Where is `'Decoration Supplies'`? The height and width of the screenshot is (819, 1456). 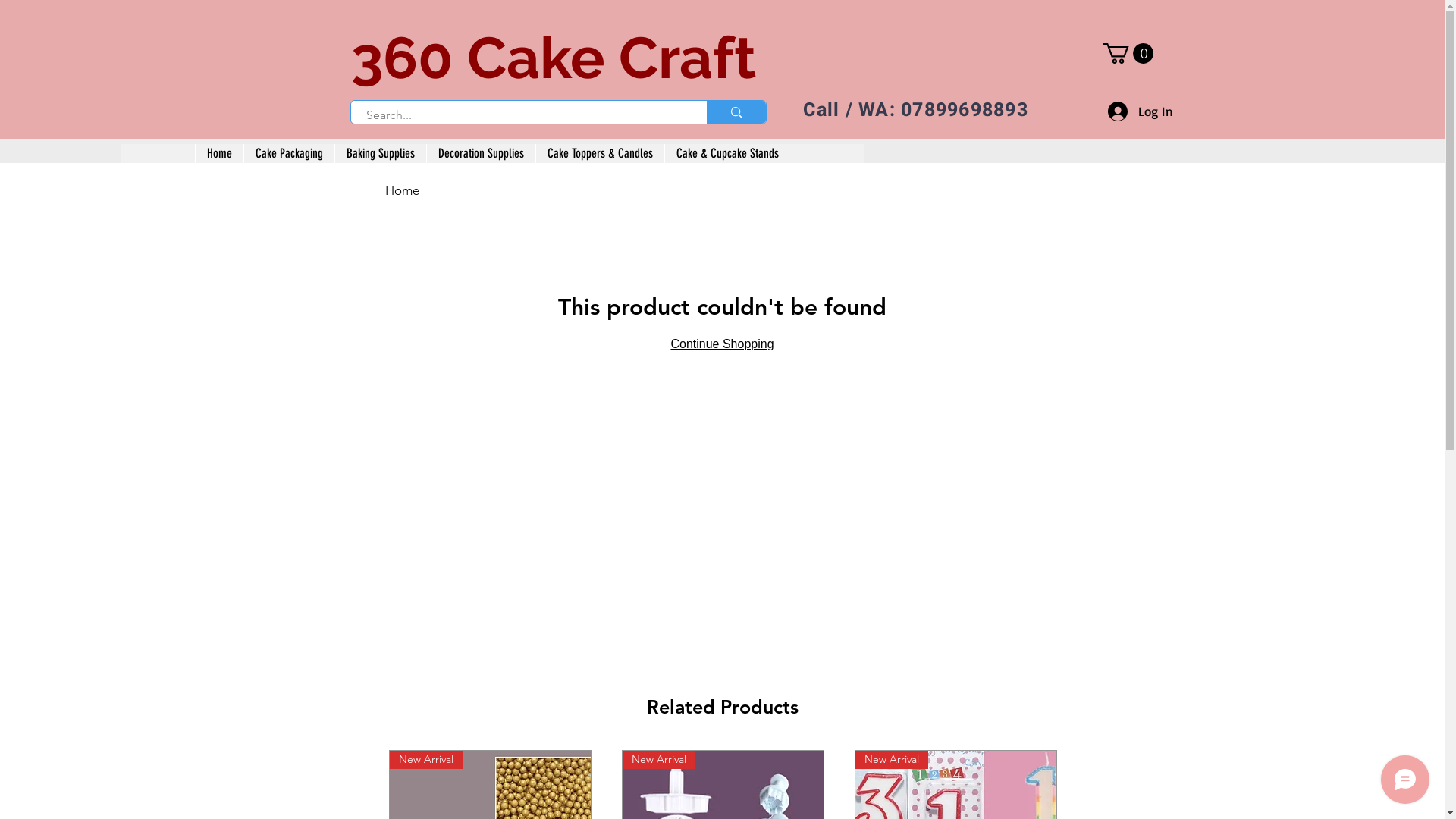 'Decoration Supplies' is located at coordinates (479, 153).